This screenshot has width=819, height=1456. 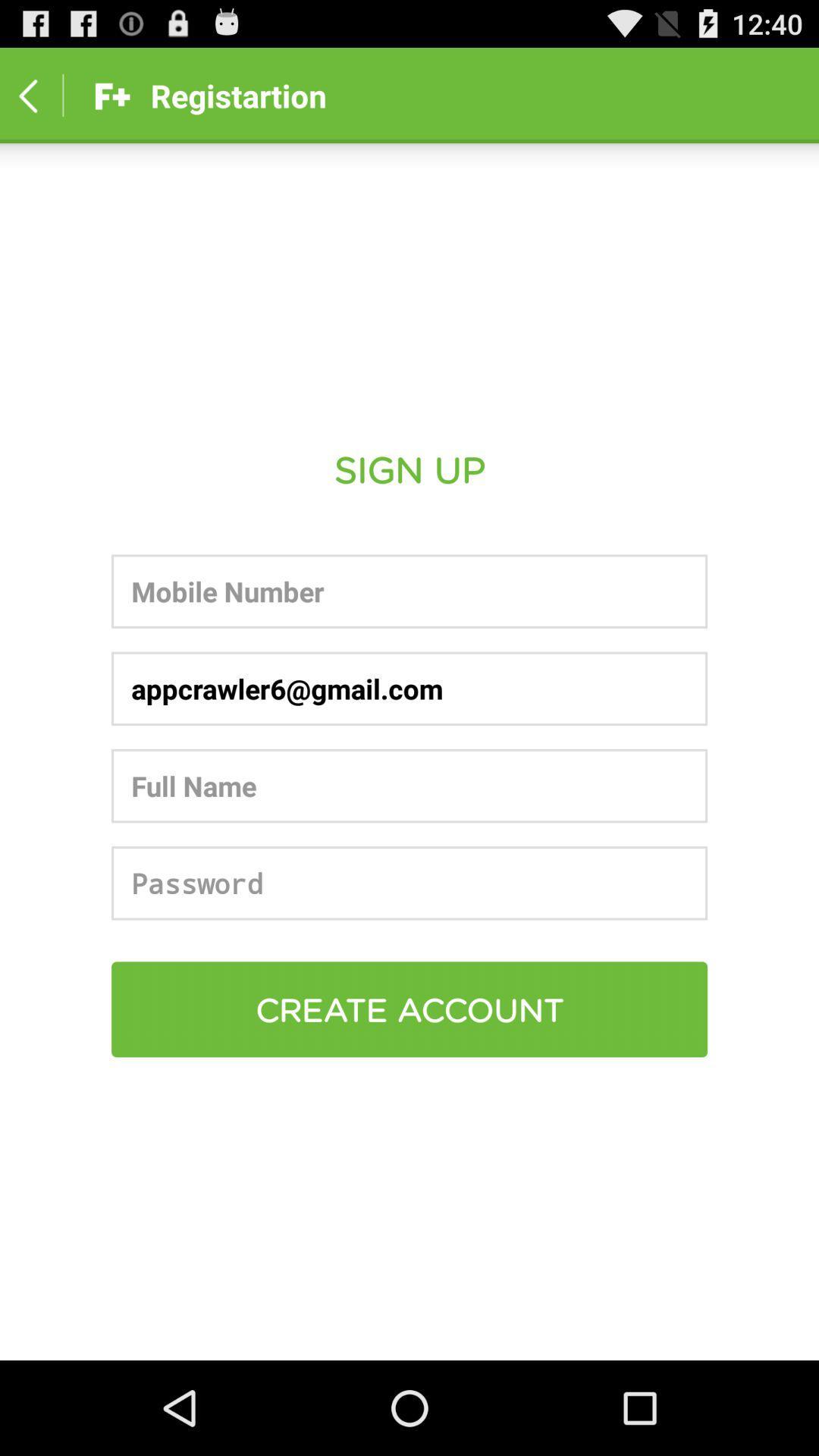 I want to click on full name, so click(x=409, y=786).